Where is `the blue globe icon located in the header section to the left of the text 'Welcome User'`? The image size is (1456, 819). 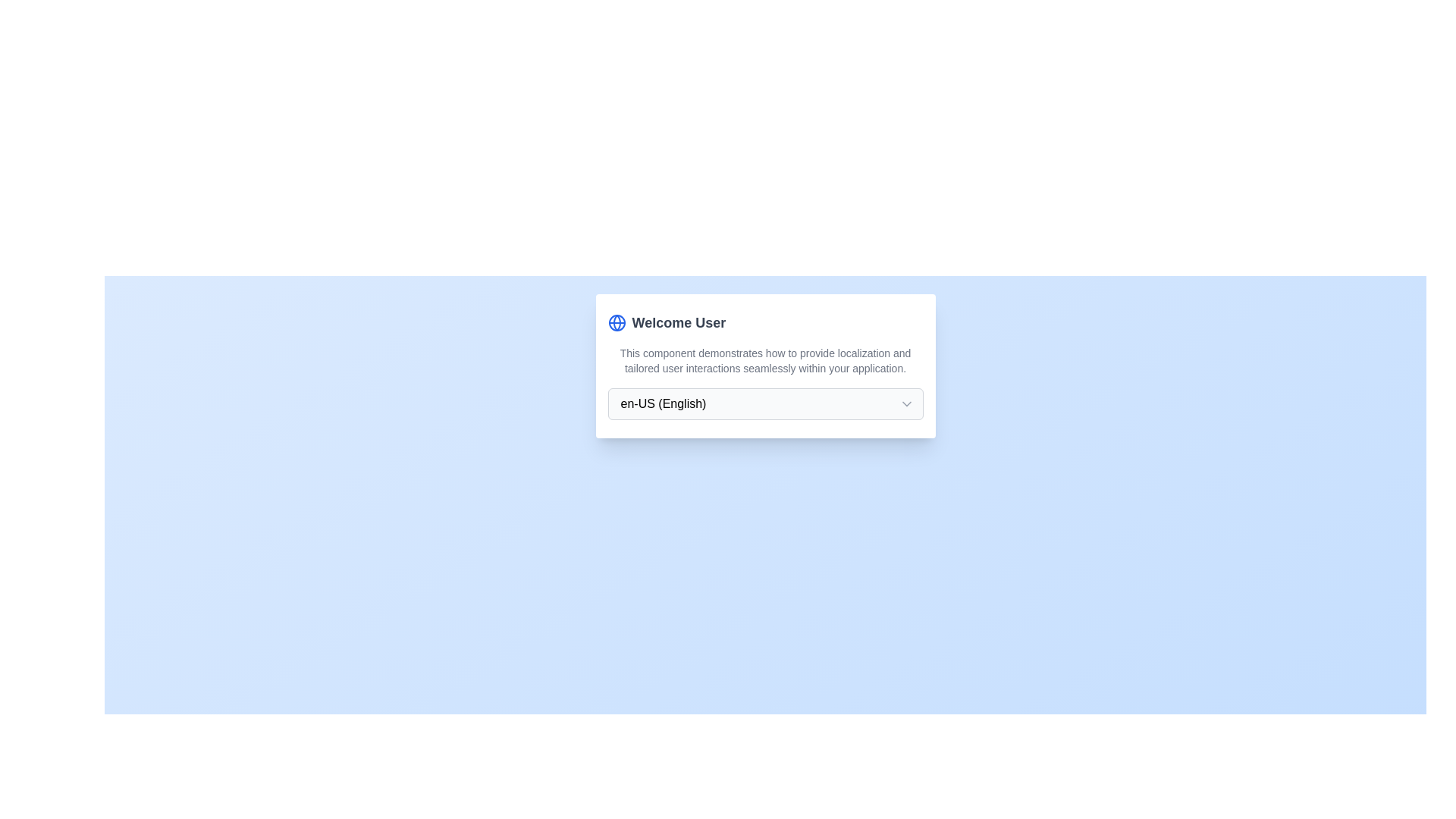
the blue globe icon located in the header section to the left of the text 'Welcome User' is located at coordinates (617, 322).